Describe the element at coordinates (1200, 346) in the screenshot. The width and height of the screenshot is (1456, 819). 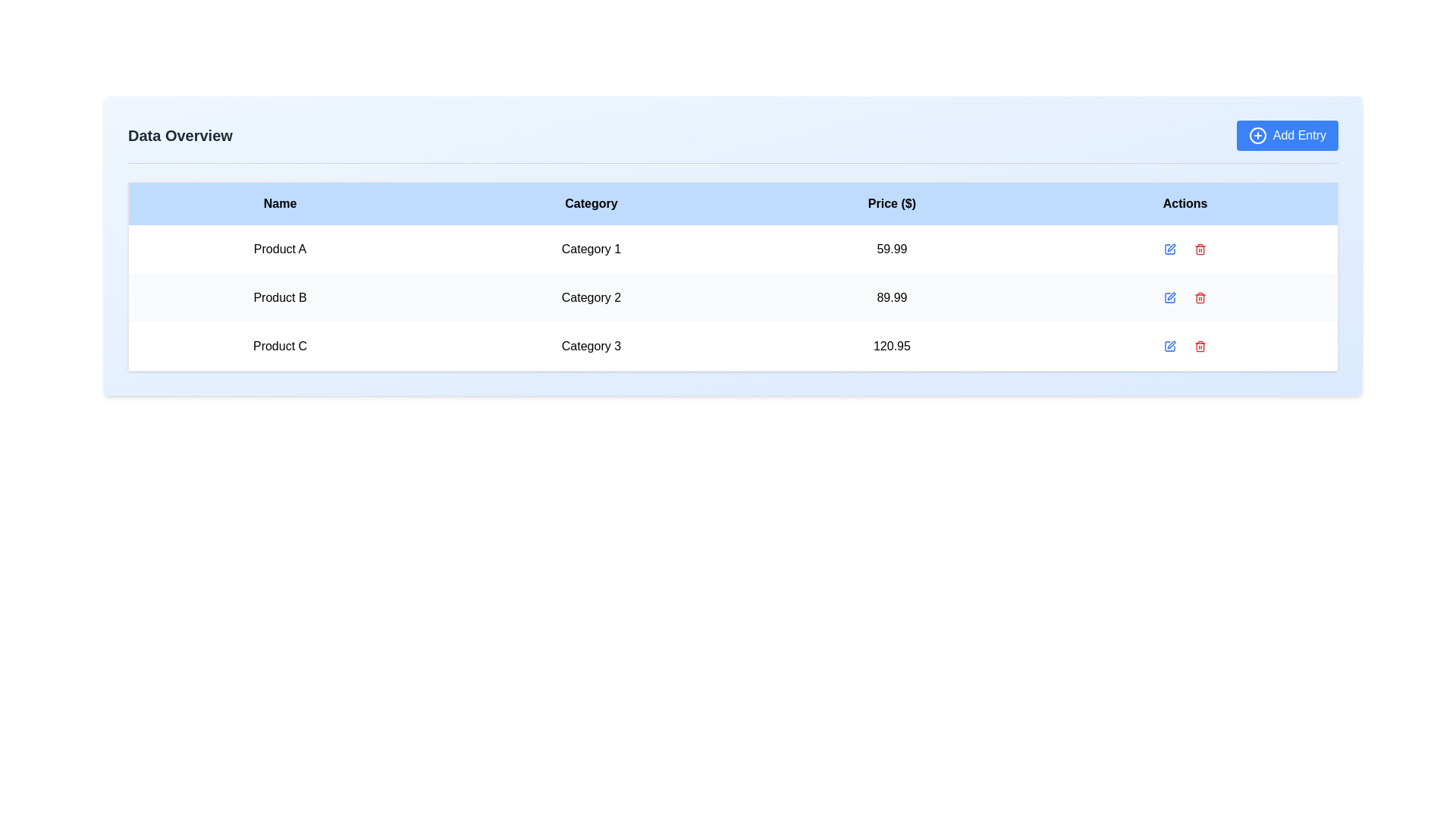
I see `the delete icon button located in the rightmost 'Actions' column of the third row in the table` at that location.